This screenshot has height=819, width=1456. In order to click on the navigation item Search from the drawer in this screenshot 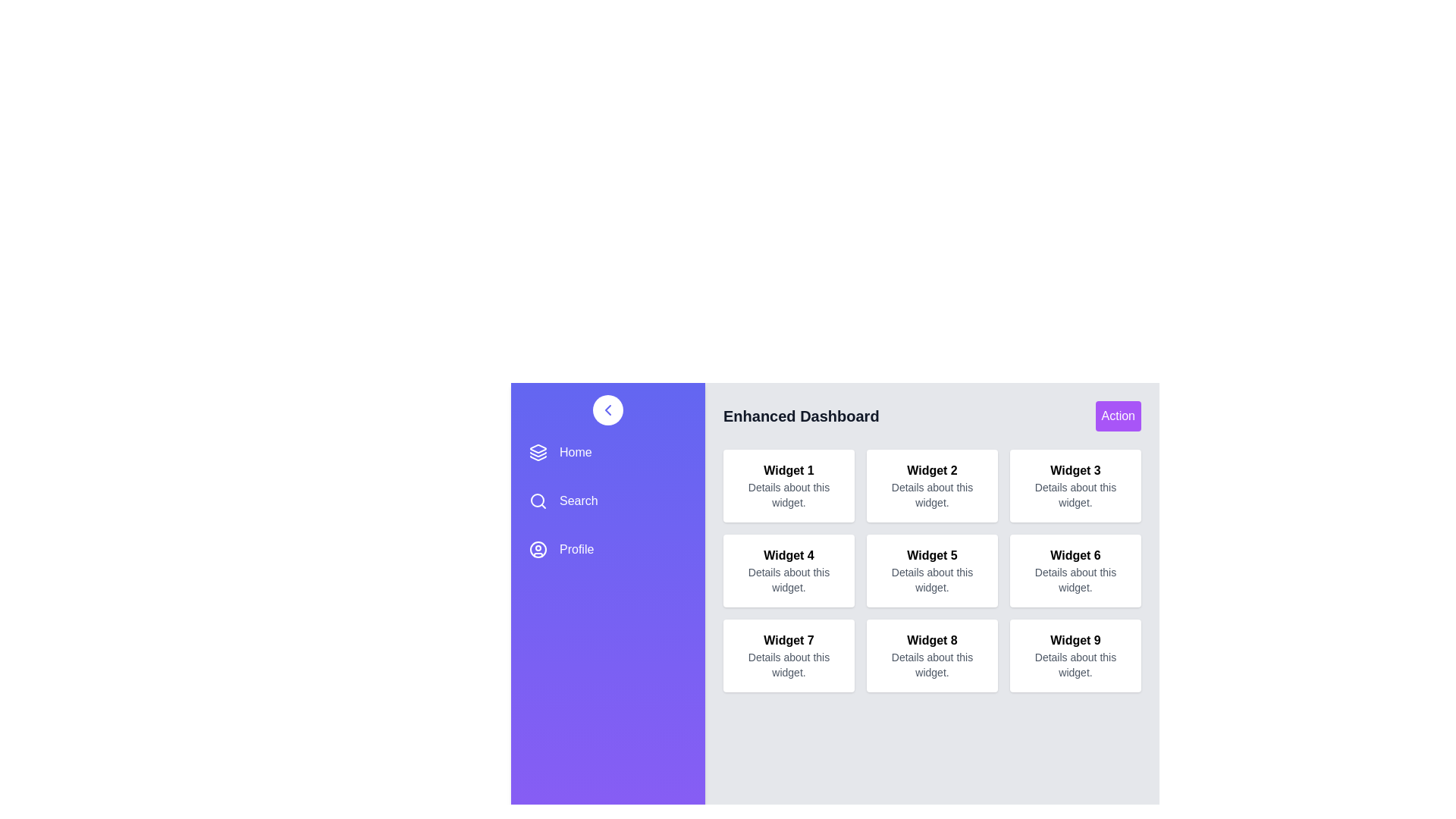, I will do `click(607, 500)`.